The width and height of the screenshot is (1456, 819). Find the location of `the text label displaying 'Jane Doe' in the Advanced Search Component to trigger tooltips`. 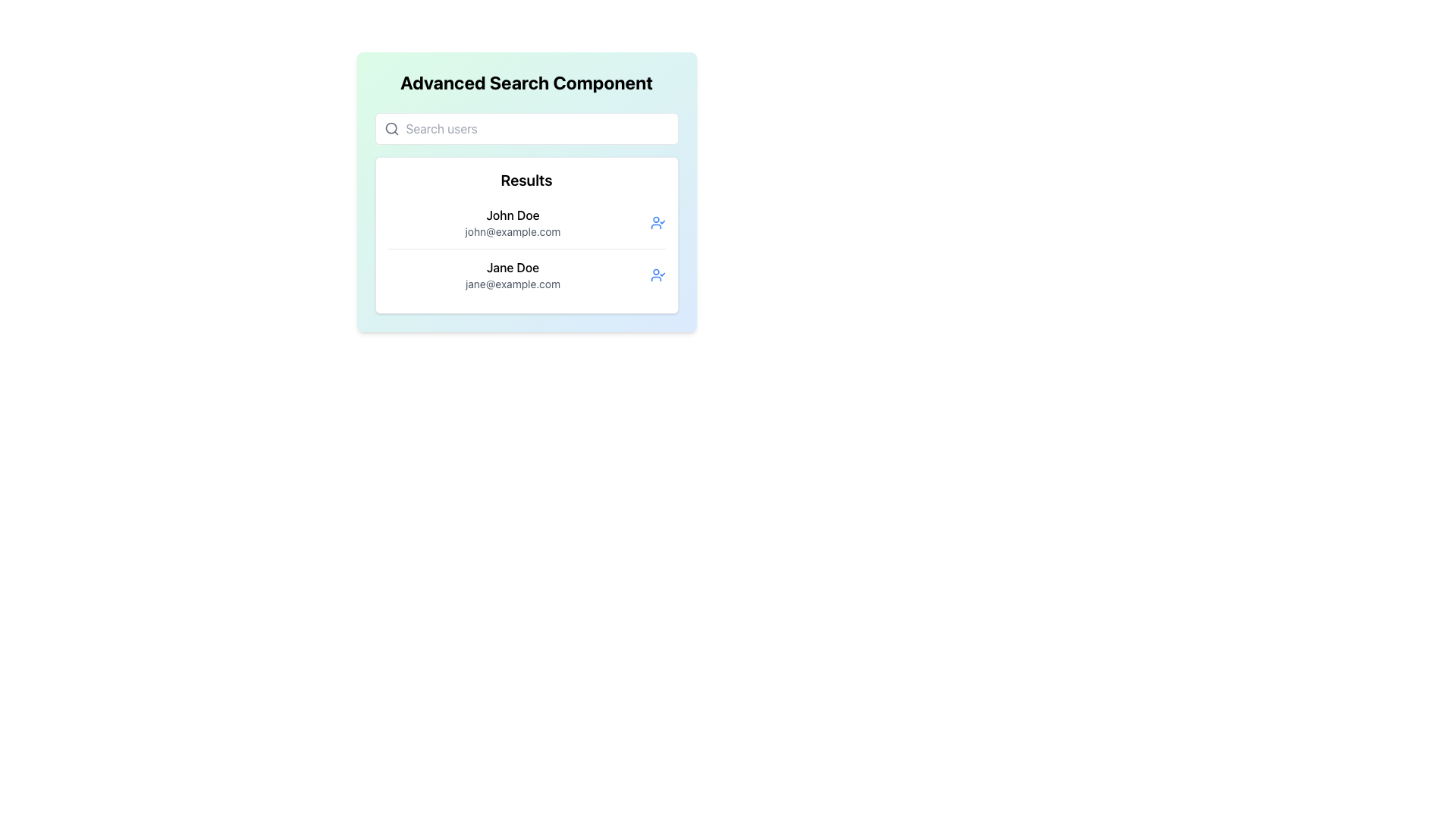

the text label displaying 'Jane Doe' in the Advanced Search Component to trigger tooltips is located at coordinates (513, 267).